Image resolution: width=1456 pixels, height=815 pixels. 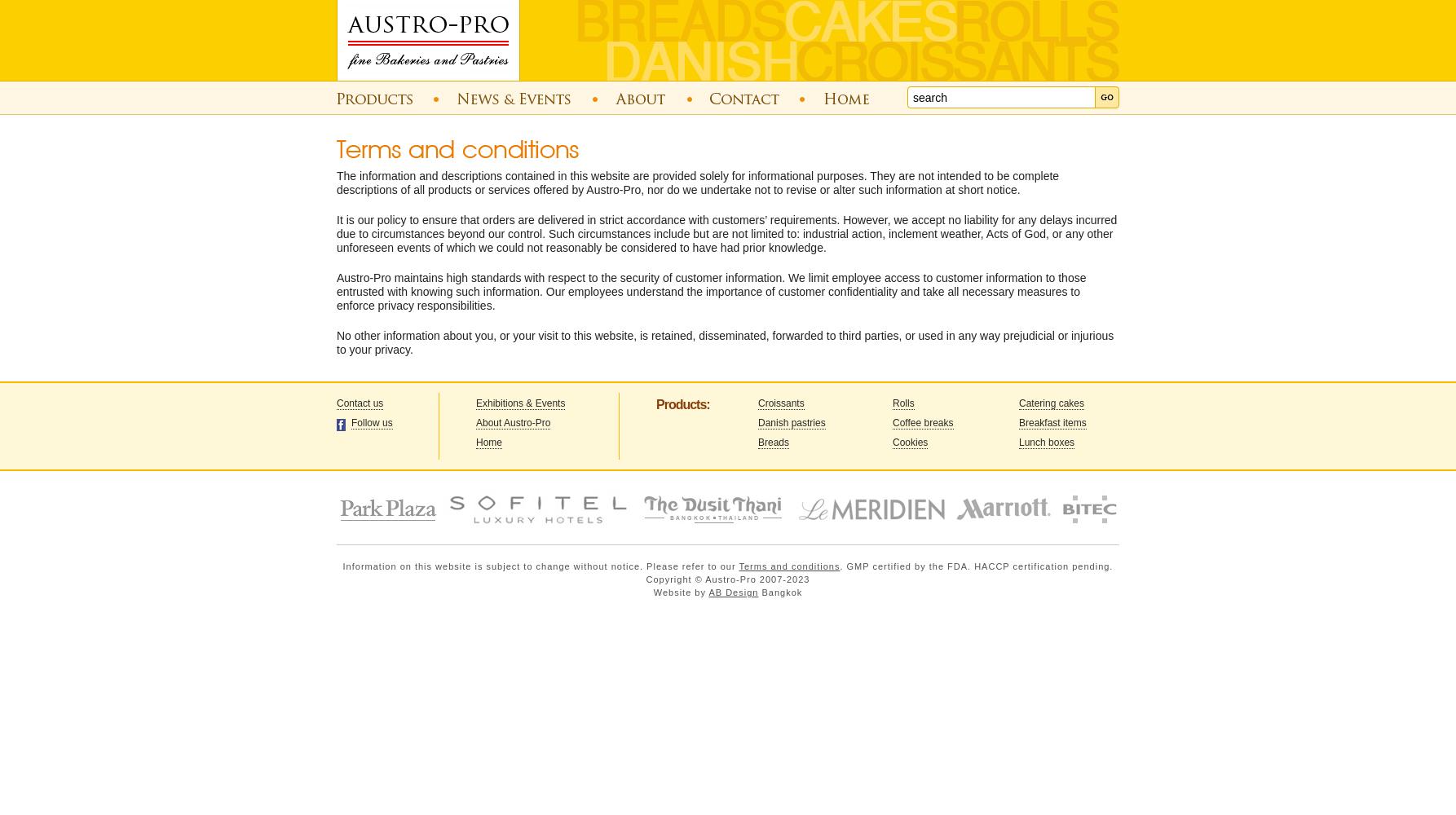 What do you see at coordinates (724, 342) in the screenshot?
I see `'No other information about you, or your visit to this website, is retained, disseminated, forwarded to third parties, or used in any way prejudicial or injurious to your privacy.'` at bounding box center [724, 342].